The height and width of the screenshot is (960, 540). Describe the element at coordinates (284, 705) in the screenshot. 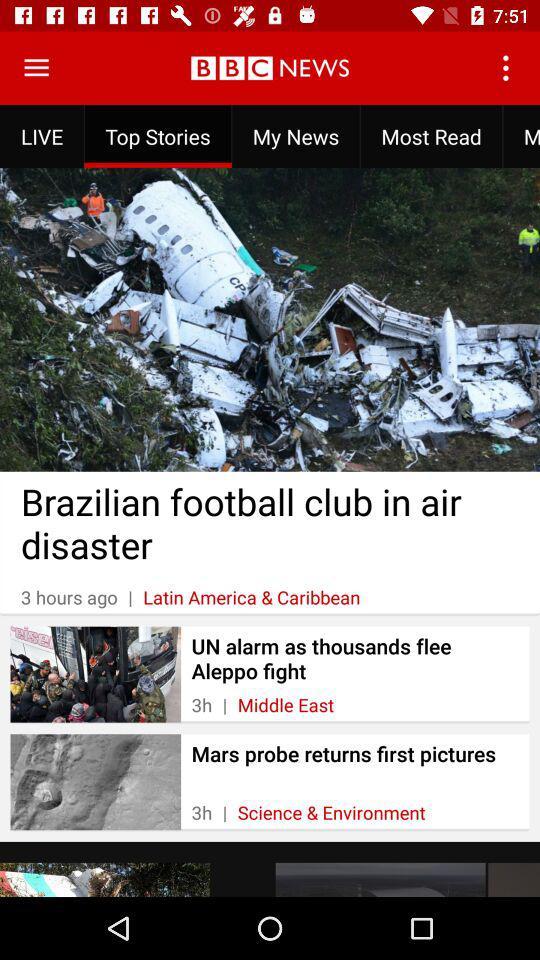

I see `the middle east` at that location.